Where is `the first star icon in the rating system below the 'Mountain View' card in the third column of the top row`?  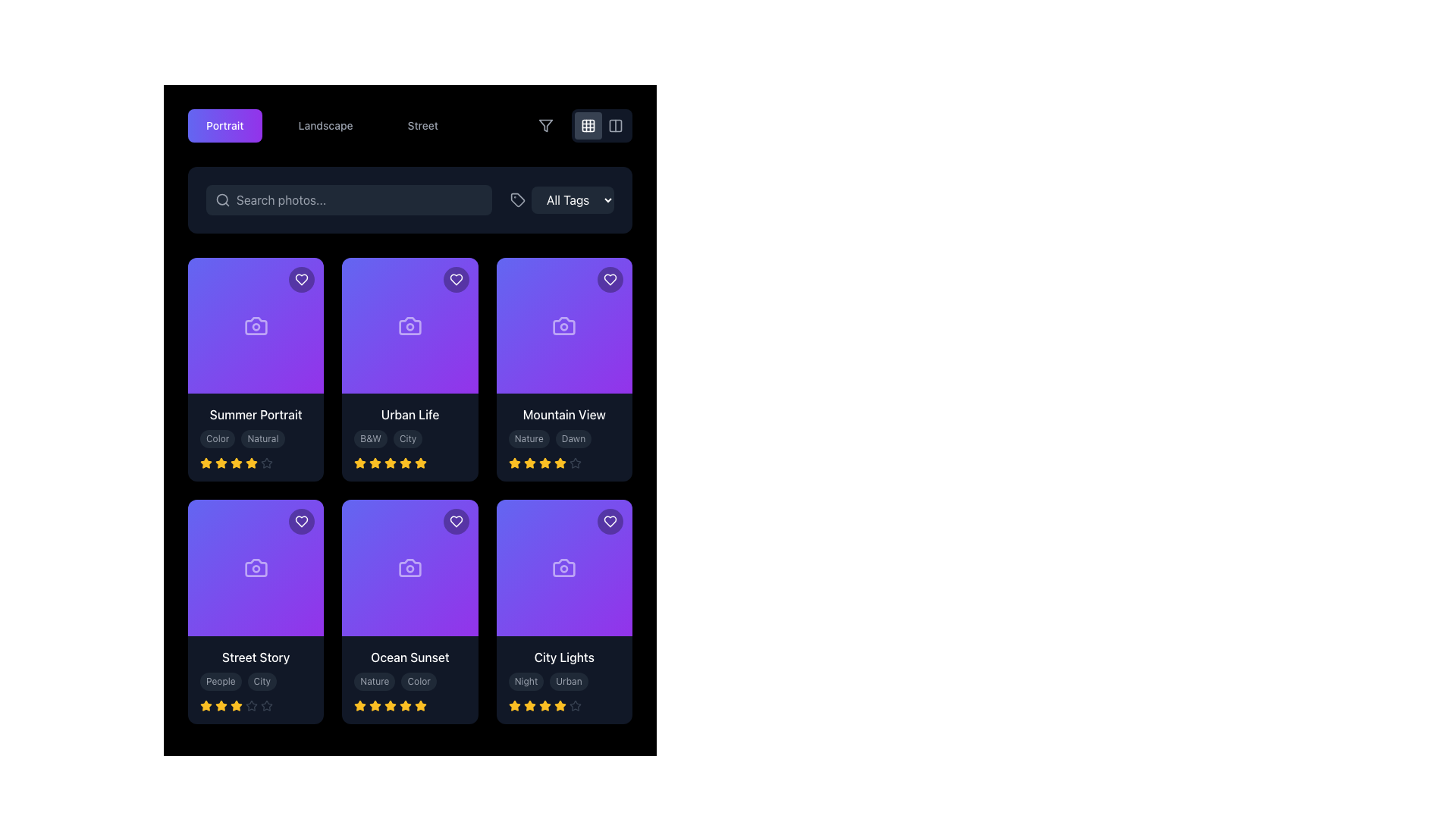
the first star icon in the rating system below the 'Mountain View' card in the third column of the top row is located at coordinates (514, 463).